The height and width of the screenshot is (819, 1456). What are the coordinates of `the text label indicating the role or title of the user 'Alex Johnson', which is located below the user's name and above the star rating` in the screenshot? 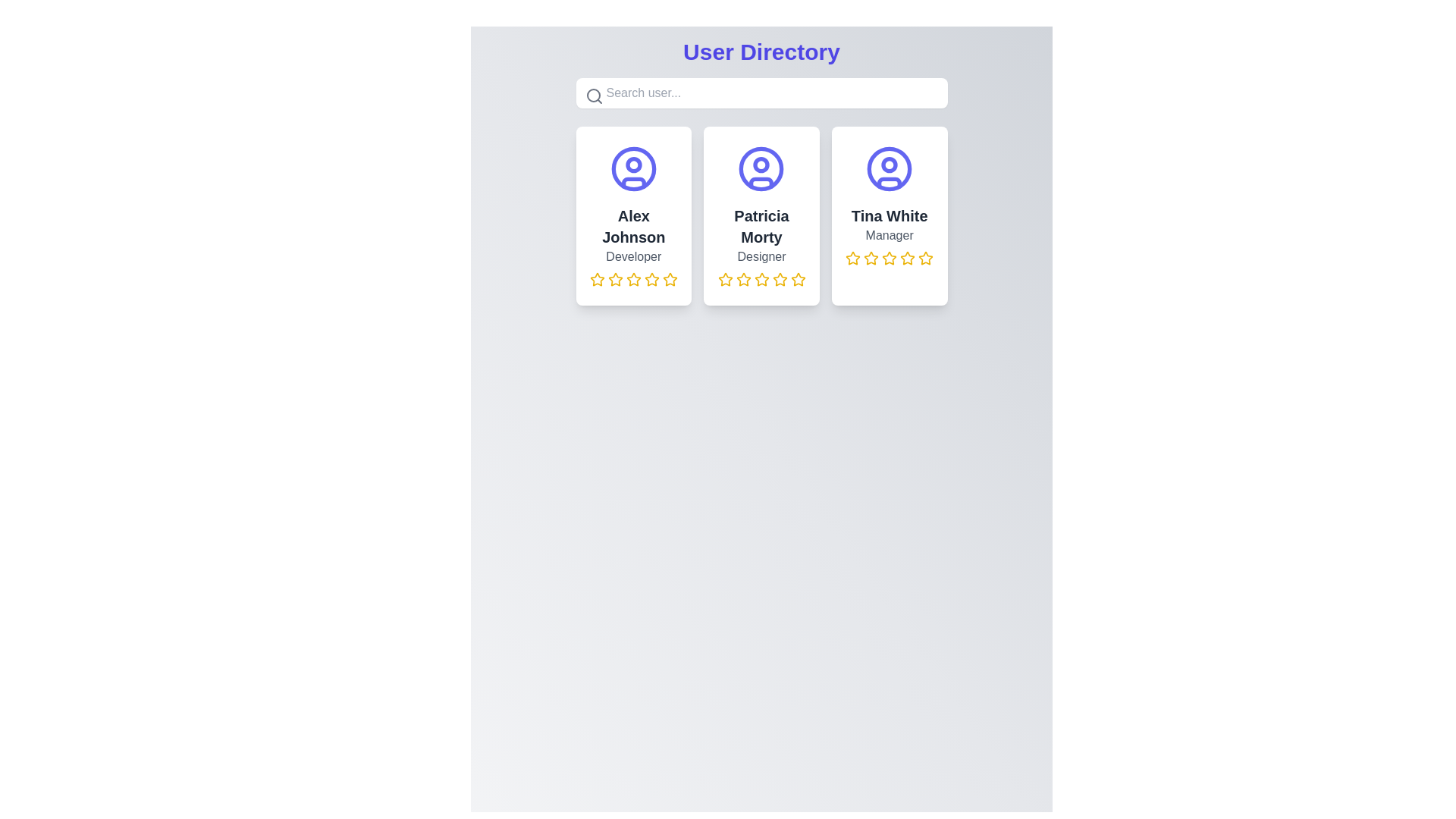 It's located at (633, 256).